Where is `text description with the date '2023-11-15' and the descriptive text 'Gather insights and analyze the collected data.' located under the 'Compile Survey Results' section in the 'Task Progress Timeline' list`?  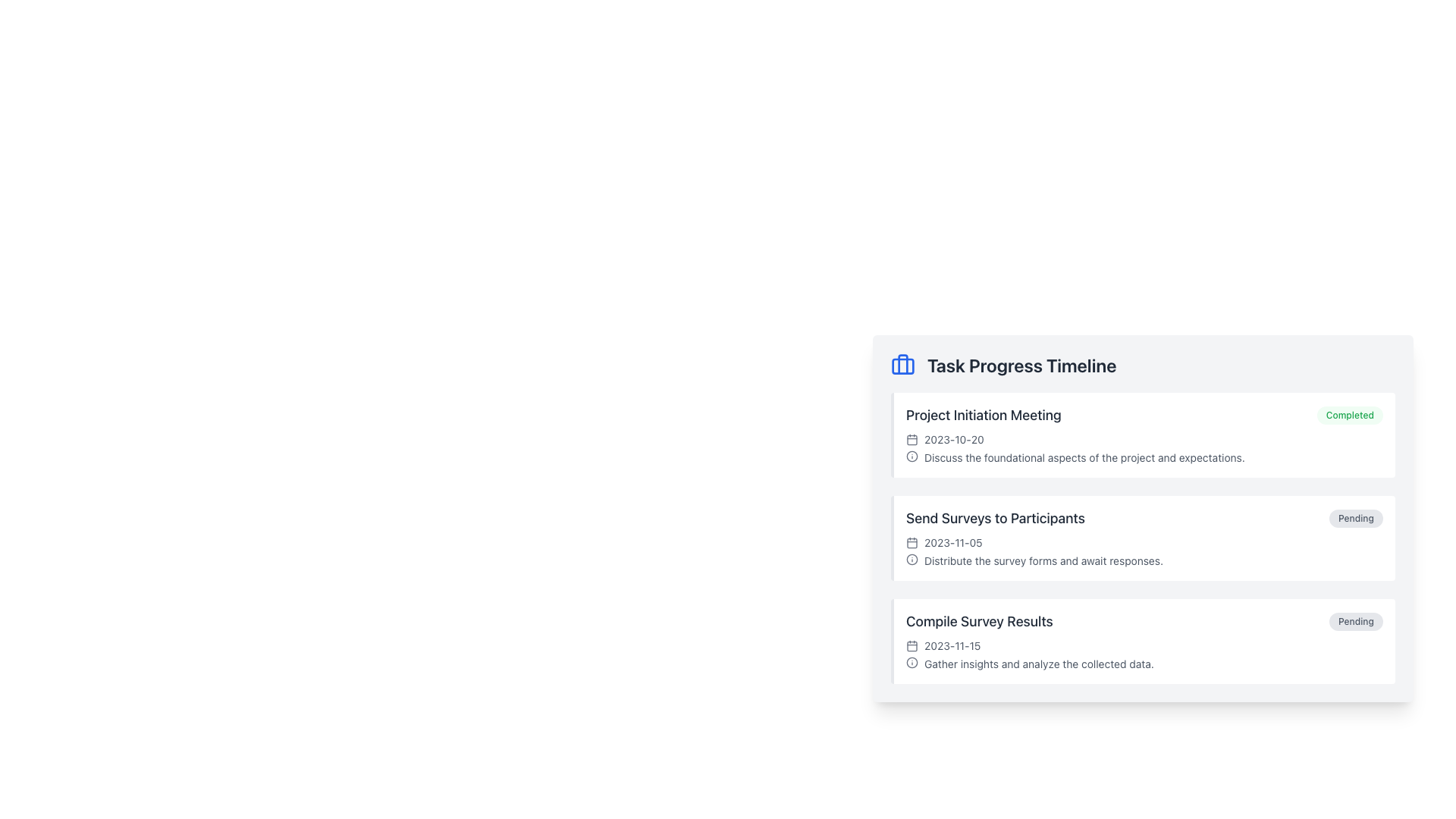
text description with the date '2023-11-15' and the descriptive text 'Gather insights and analyze the collected data.' located under the 'Compile Survey Results' section in the 'Task Progress Timeline' list is located at coordinates (1144, 654).